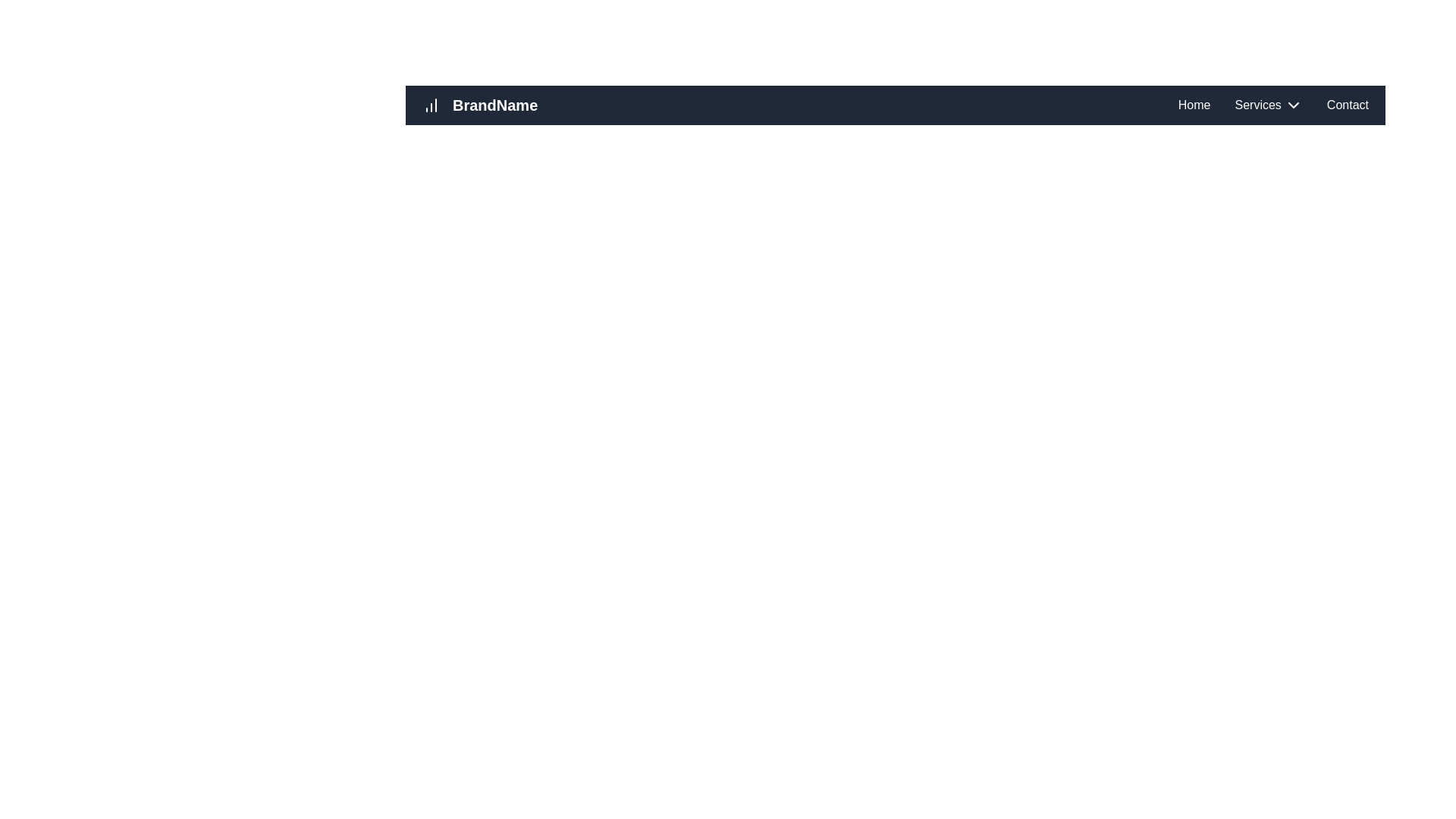  What do you see at coordinates (1348, 104) in the screenshot?
I see `the navigation link on the far right side of the top navigation bar` at bounding box center [1348, 104].